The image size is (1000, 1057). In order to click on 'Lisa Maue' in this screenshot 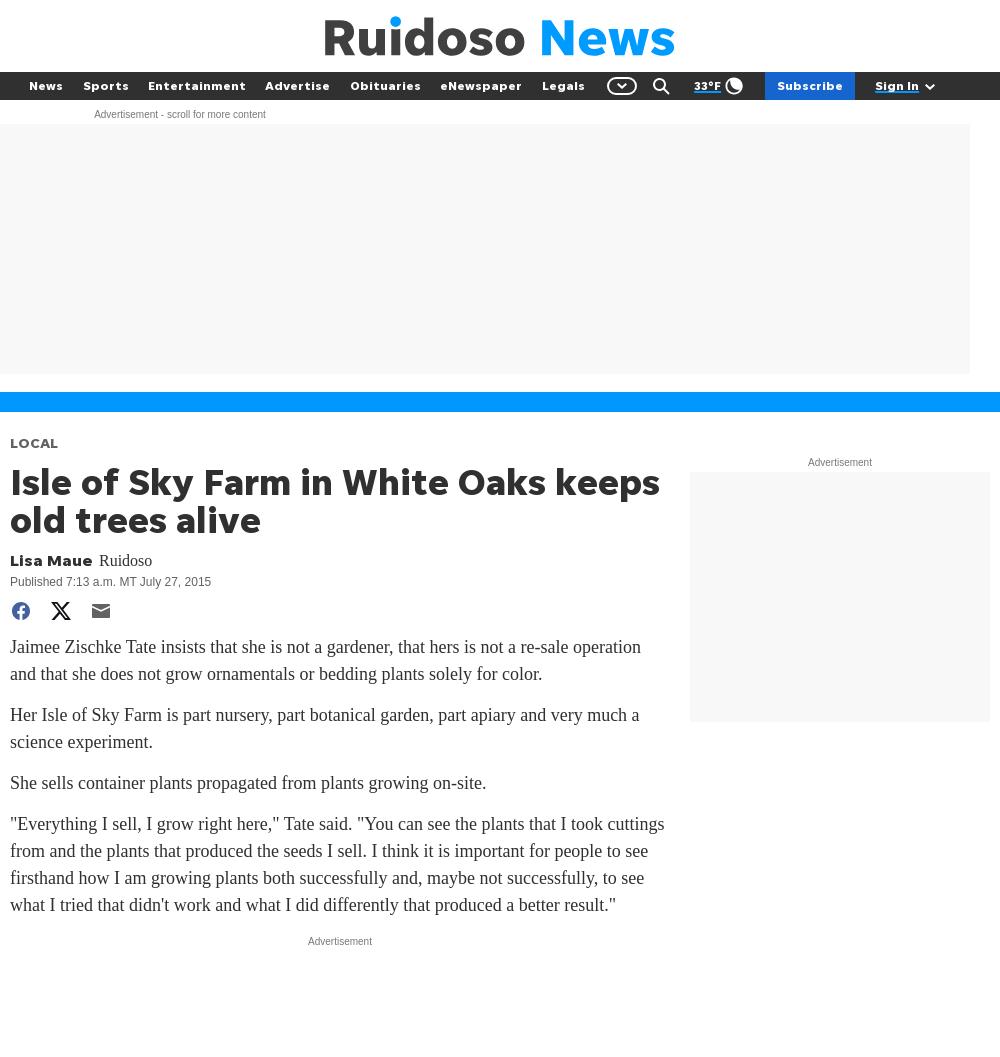, I will do `click(51, 558)`.